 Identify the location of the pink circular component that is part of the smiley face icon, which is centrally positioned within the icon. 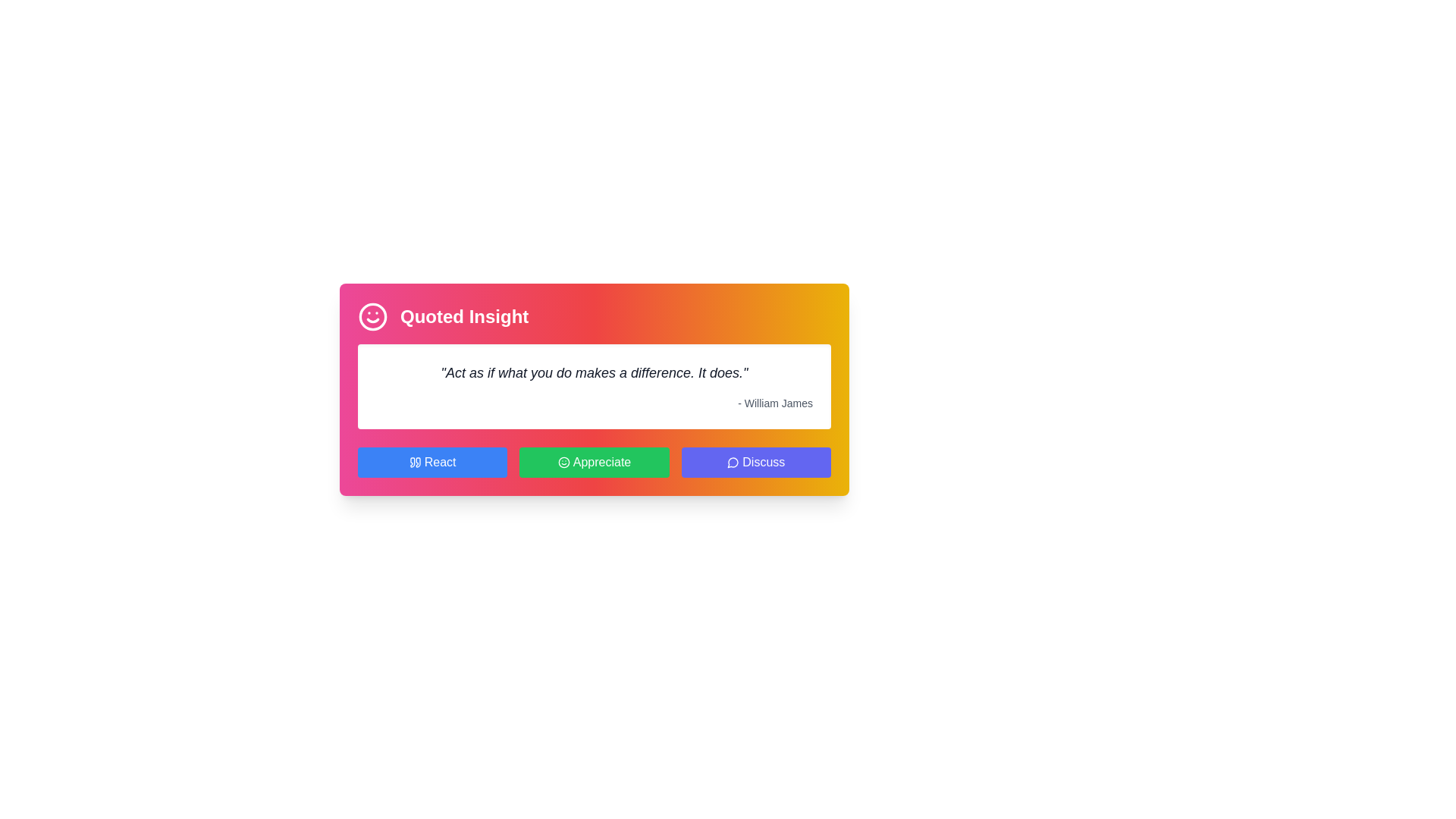
(372, 315).